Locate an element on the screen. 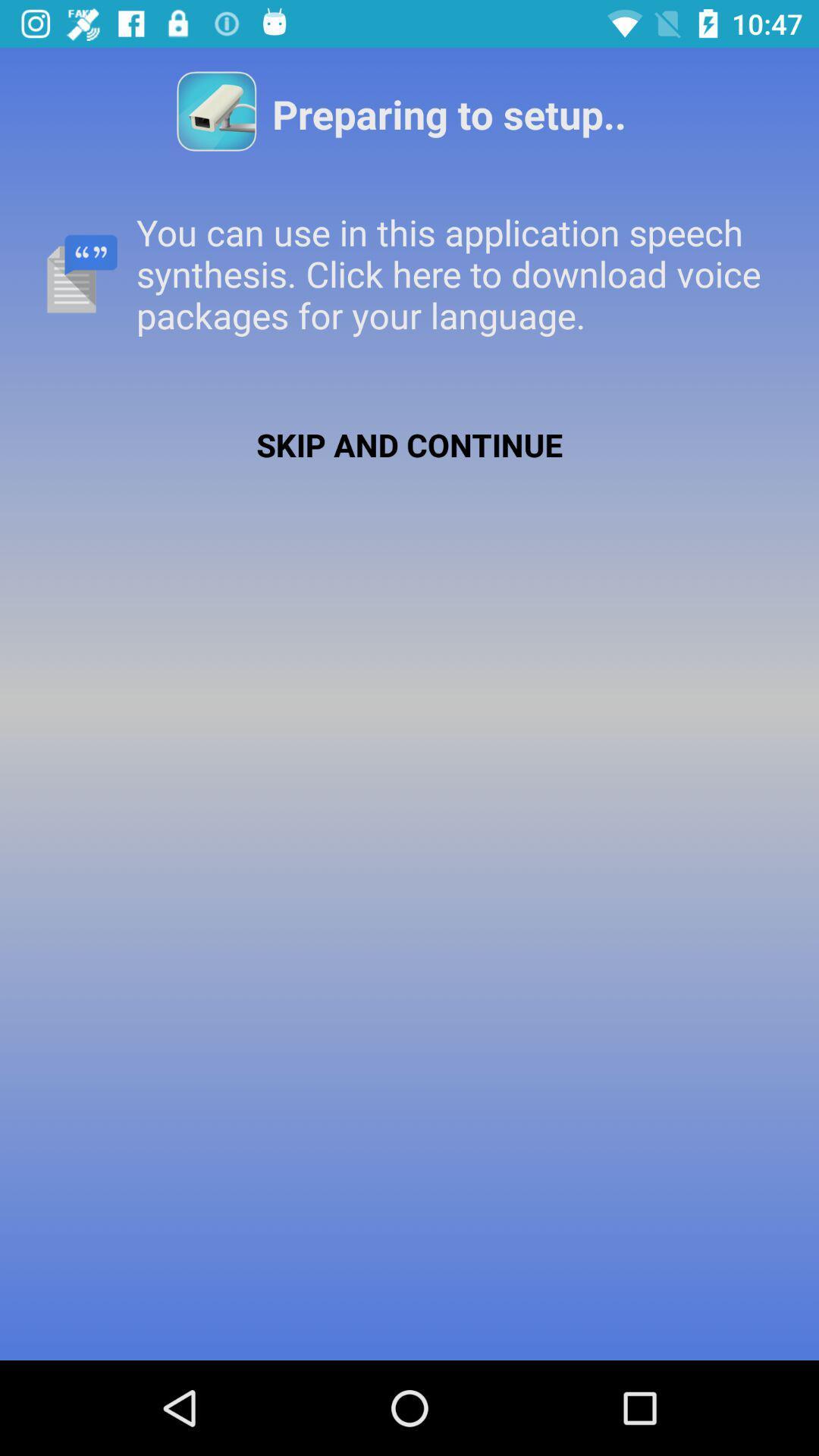  the app below the you can use app is located at coordinates (409, 444).